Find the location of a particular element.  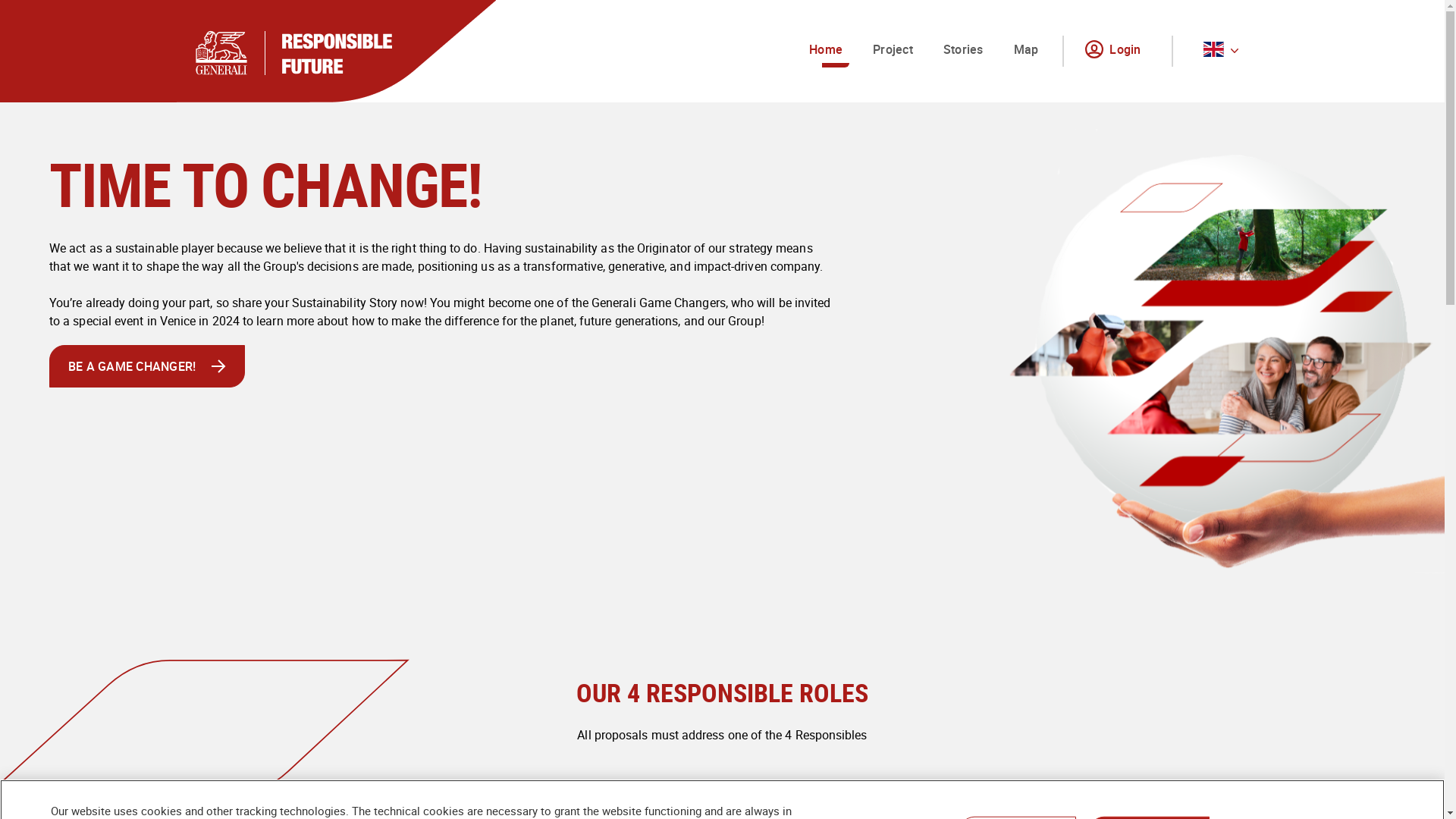

'Stories' is located at coordinates (962, 50).